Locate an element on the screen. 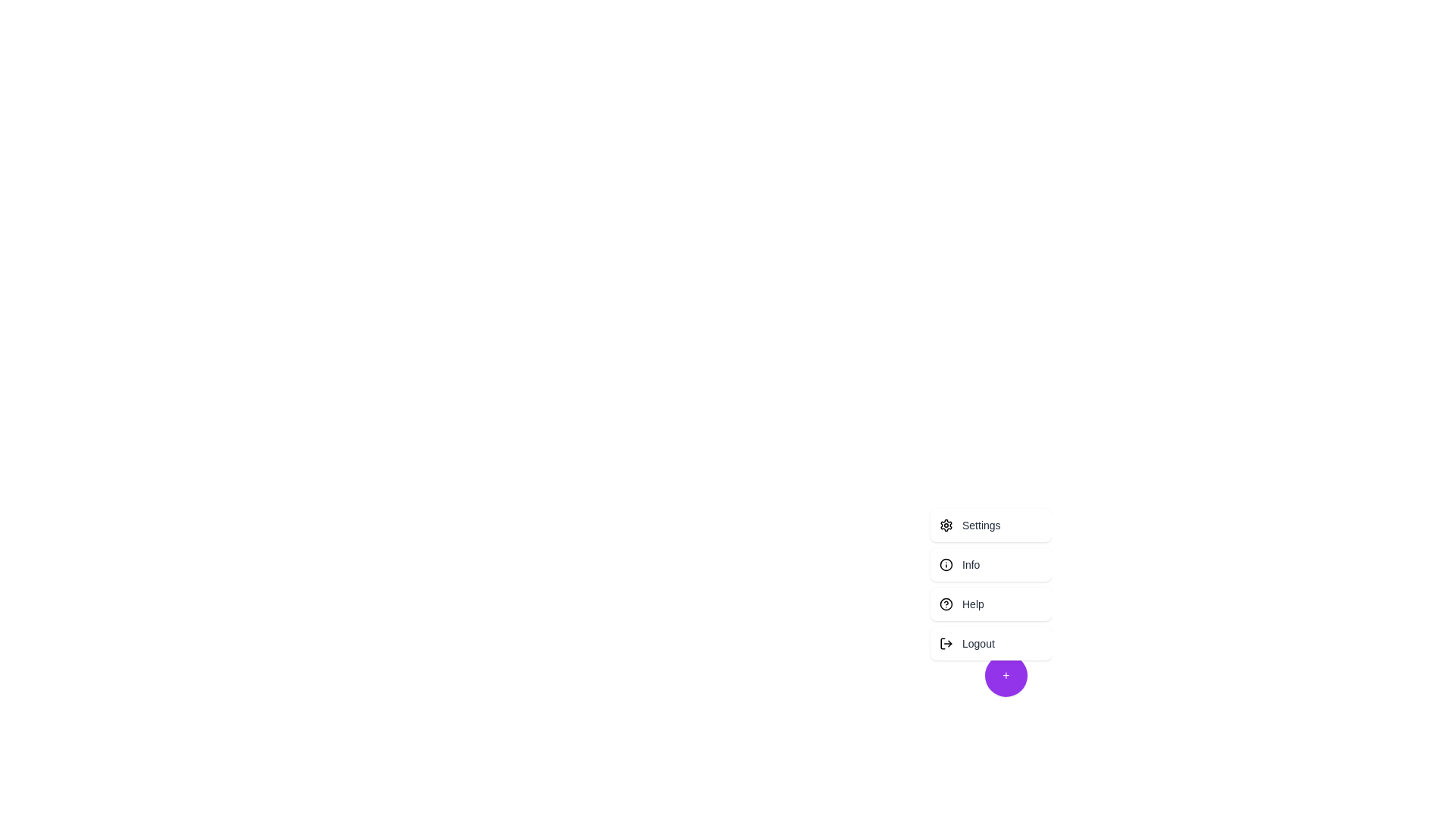 The image size is (1456, 819). the menu option Logout to highlight it is located at coordinates (990, 643).